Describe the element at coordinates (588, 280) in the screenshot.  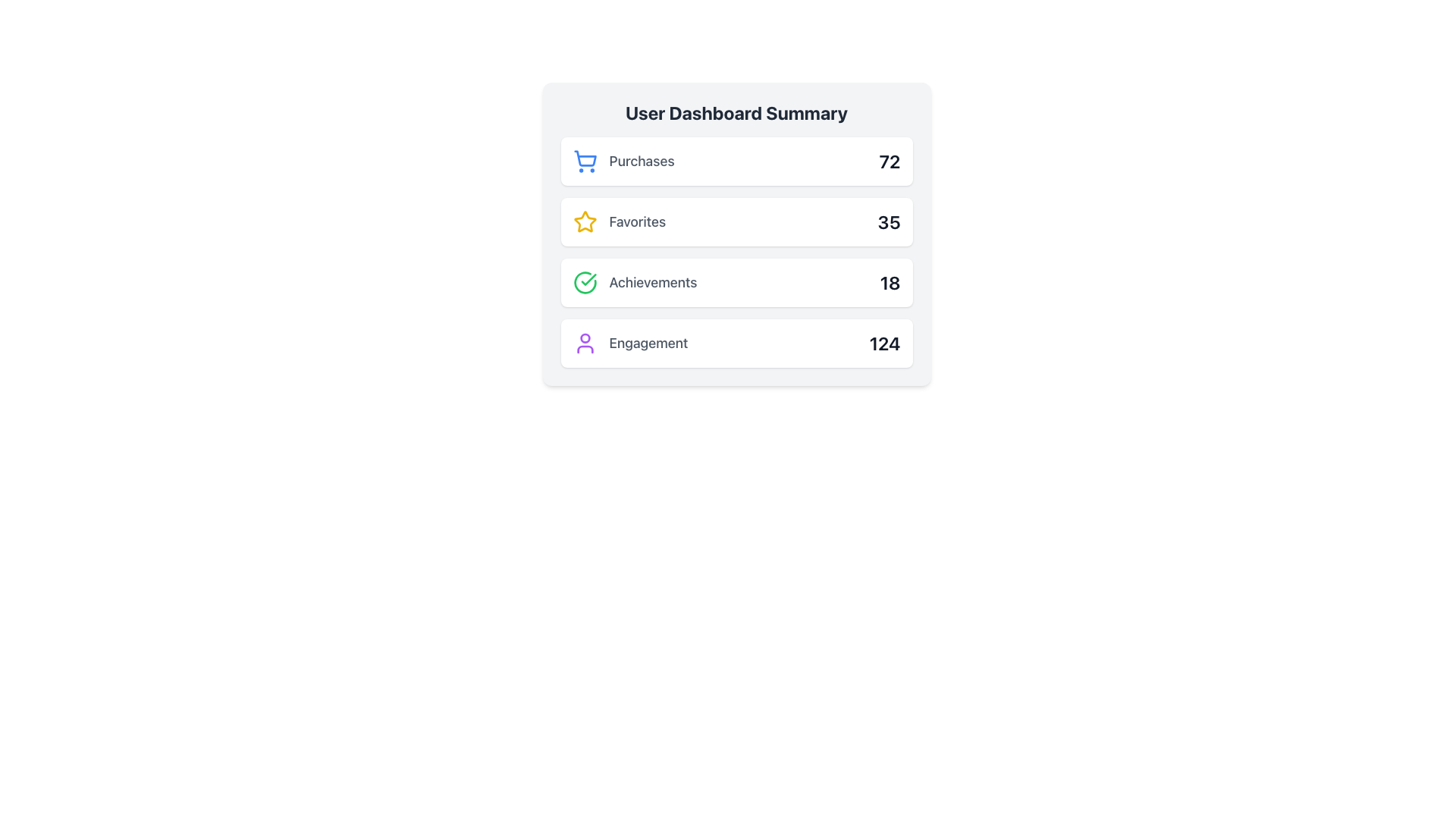
I see `the central checkmark component of the green-bordered circle icon located next to the text 'Achievements' in the dashboard summary` at that location.